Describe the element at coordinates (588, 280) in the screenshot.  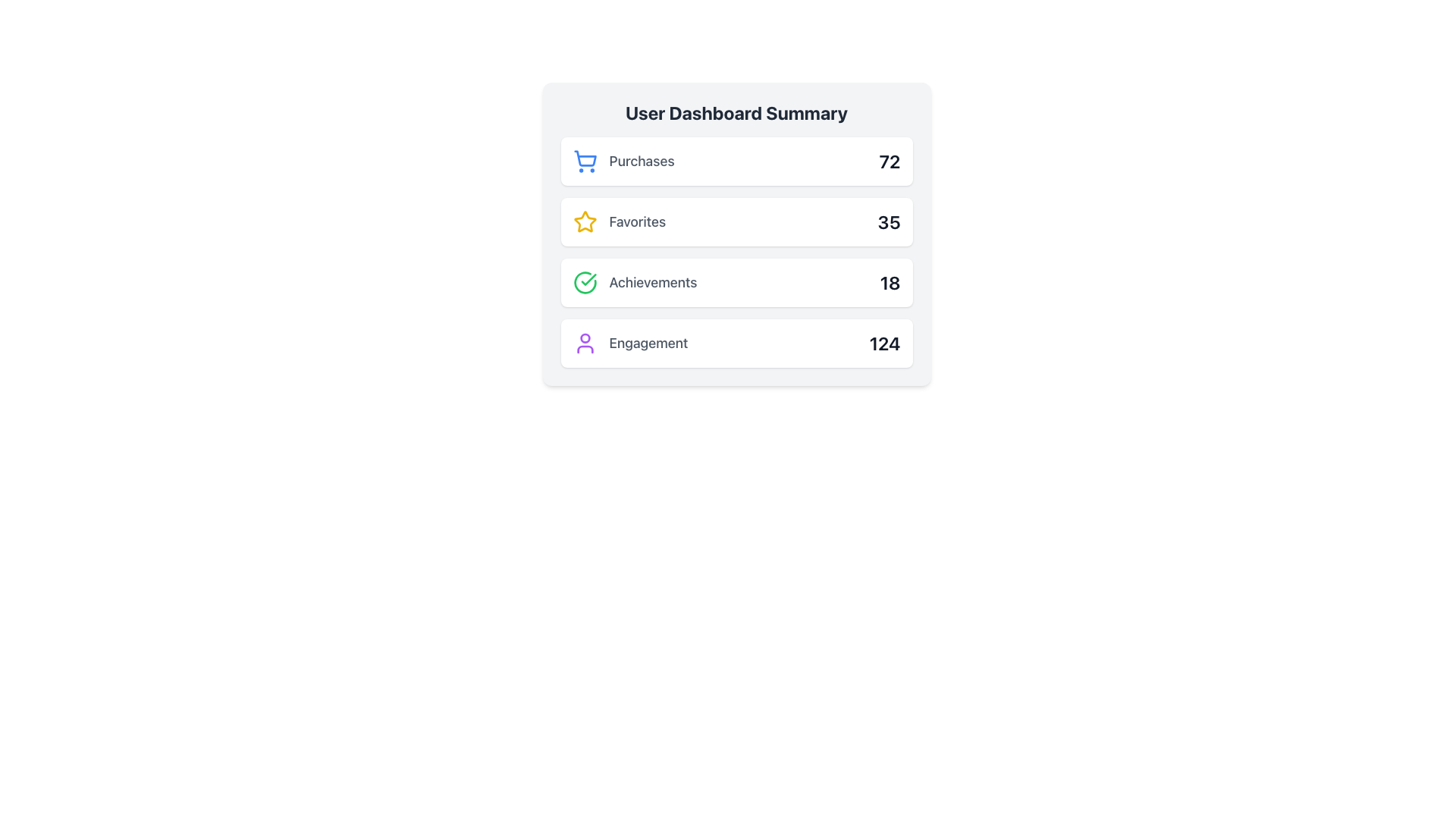
I see `the central checkmark component of the green-bordered circle icon located next to the text 'Achievements' in the dashboard summary` at that location.